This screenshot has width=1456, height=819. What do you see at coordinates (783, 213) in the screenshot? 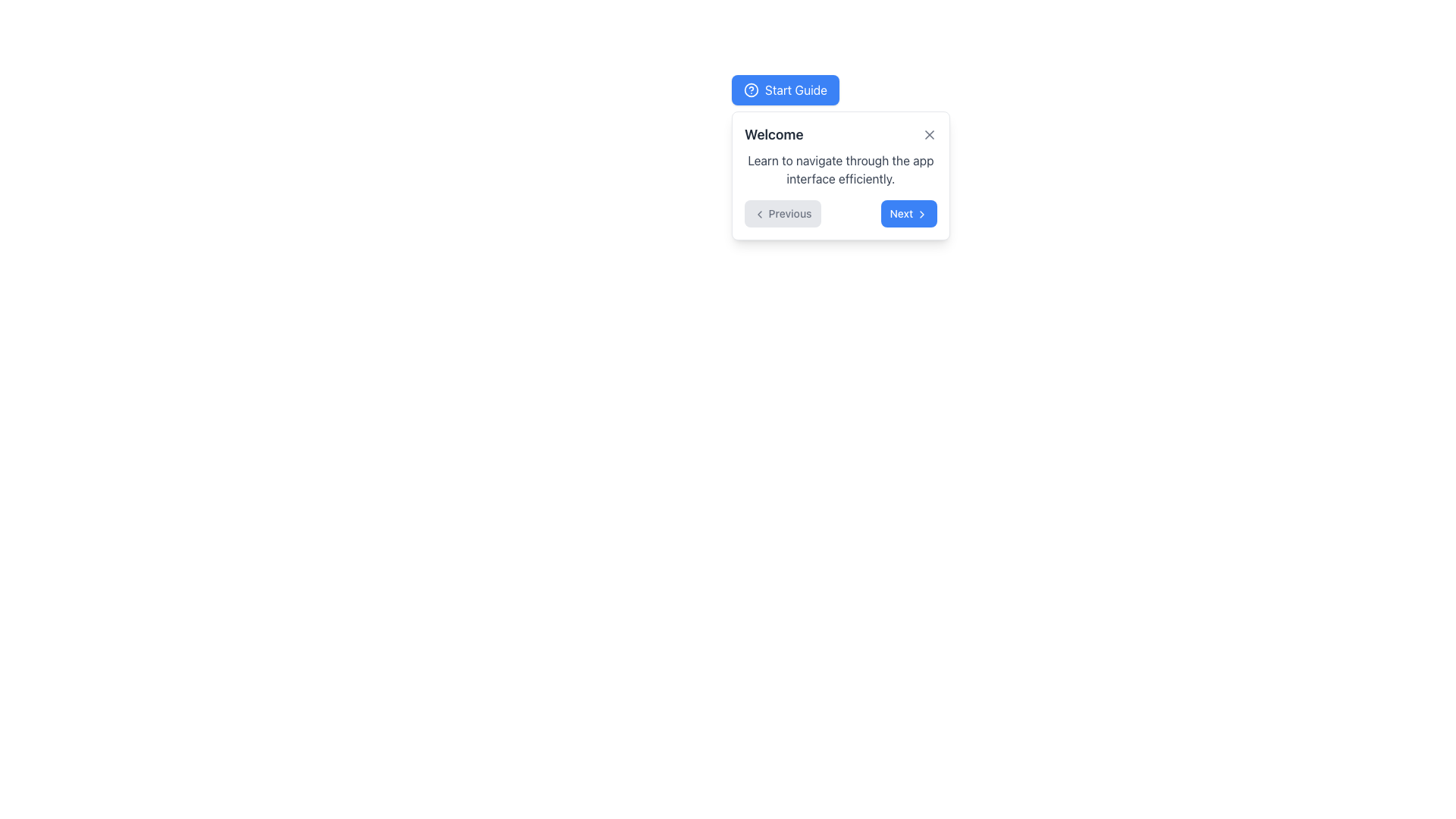
I see `the 'Previous' button, which is a rectangular button with a chevron-left icon and gray text, located at the bottom of a white card interface` at bounding box center [783, 213].